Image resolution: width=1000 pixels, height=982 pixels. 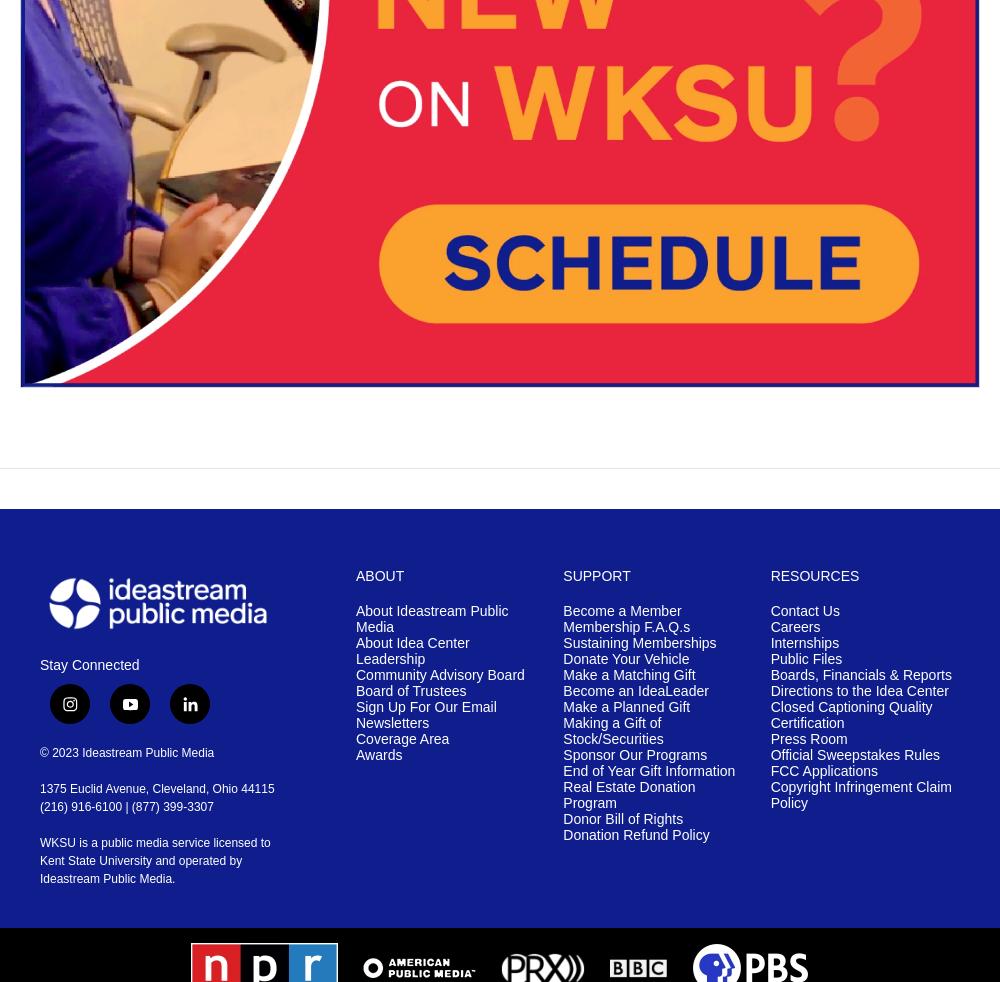 What do you see at coordinates (88, 664) in the screenshot?
I see `'Stay Connected'` at bounding box center [88, 664].